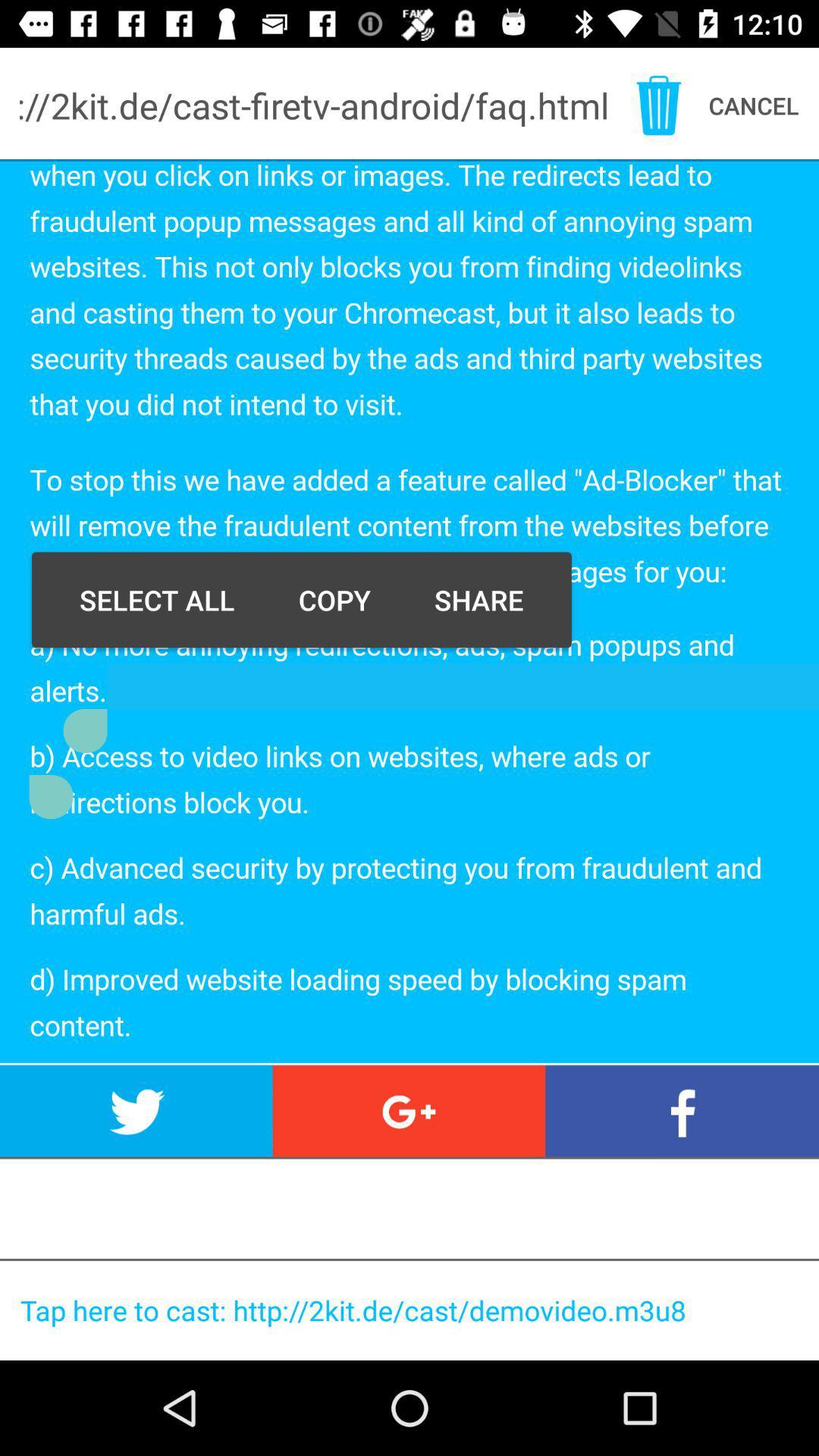 The width and height of the screenshot is (819, 1456). Describe the element at coordinates (657, 105) in the screenshot. I see `the icon which is at the top right corner` at that location.